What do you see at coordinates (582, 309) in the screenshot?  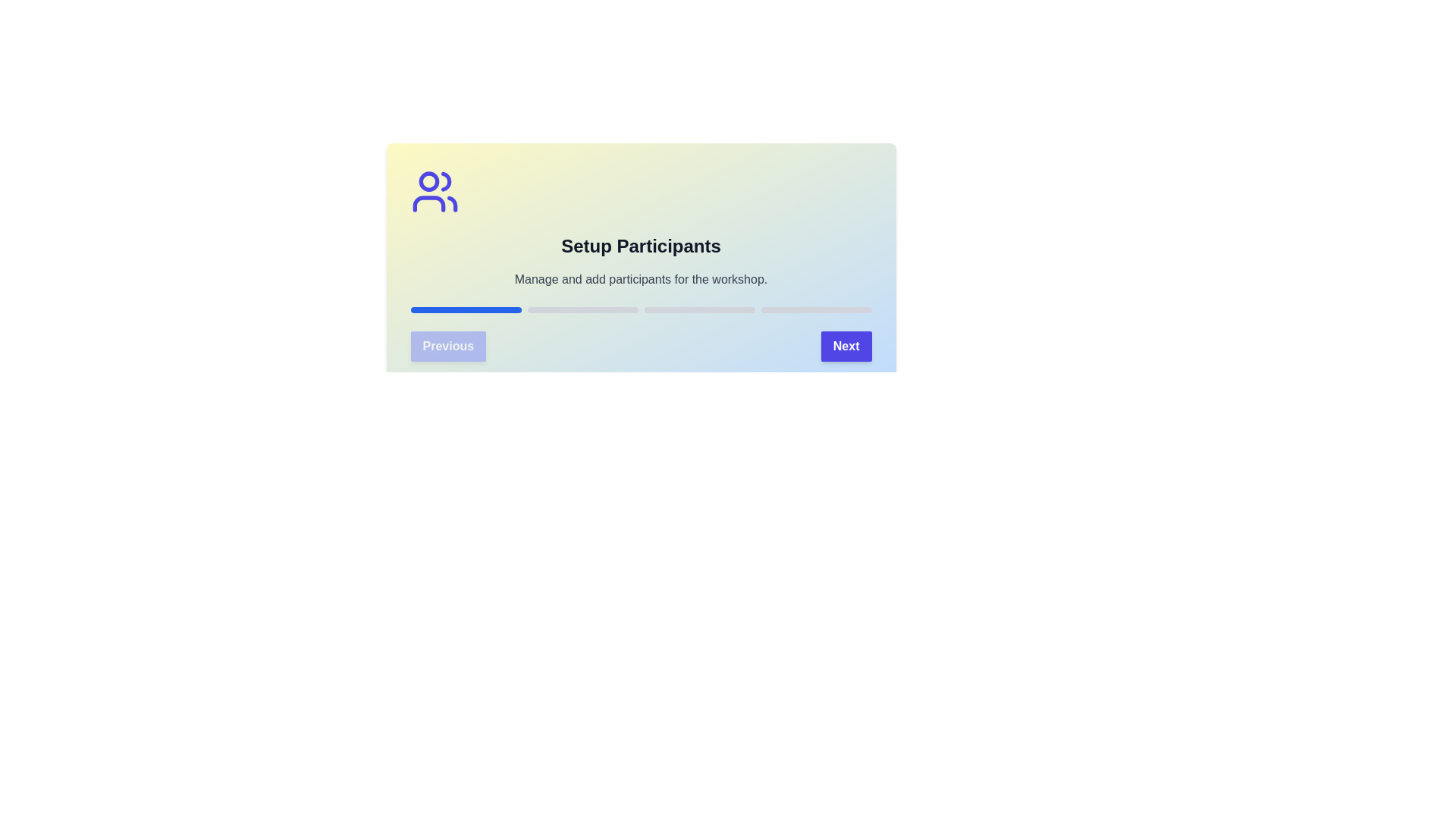 I see `the progress bar segment corresponding to stage 2` at bounding box center [582, 309].